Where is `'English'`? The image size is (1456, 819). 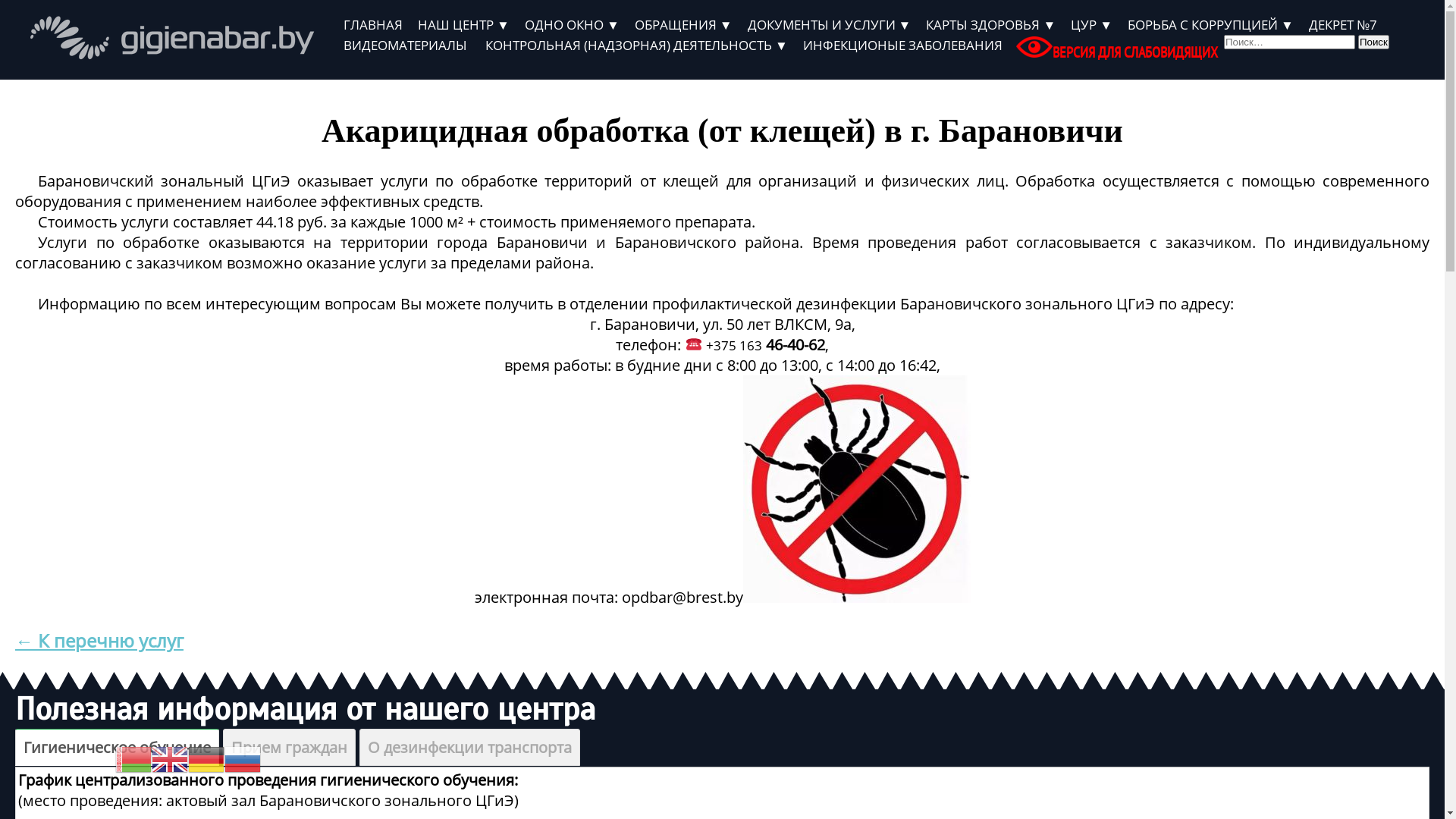
'English' is located at coordinates (170, 758).